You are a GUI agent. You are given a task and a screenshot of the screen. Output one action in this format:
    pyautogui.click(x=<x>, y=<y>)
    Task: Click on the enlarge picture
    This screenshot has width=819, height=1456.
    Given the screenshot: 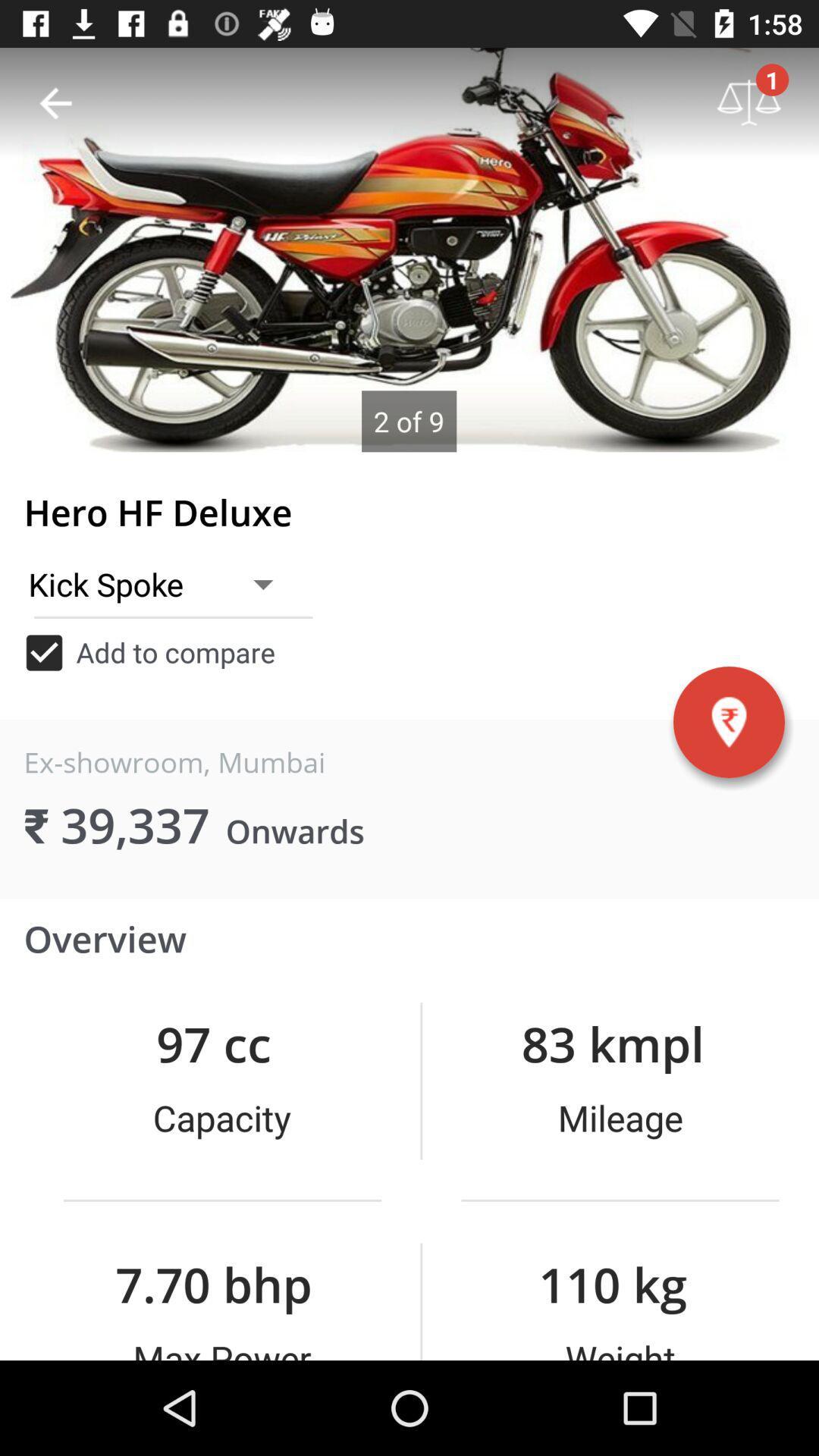 What is the action you would take?
    pyautogui.click(x=409, y=249)
    